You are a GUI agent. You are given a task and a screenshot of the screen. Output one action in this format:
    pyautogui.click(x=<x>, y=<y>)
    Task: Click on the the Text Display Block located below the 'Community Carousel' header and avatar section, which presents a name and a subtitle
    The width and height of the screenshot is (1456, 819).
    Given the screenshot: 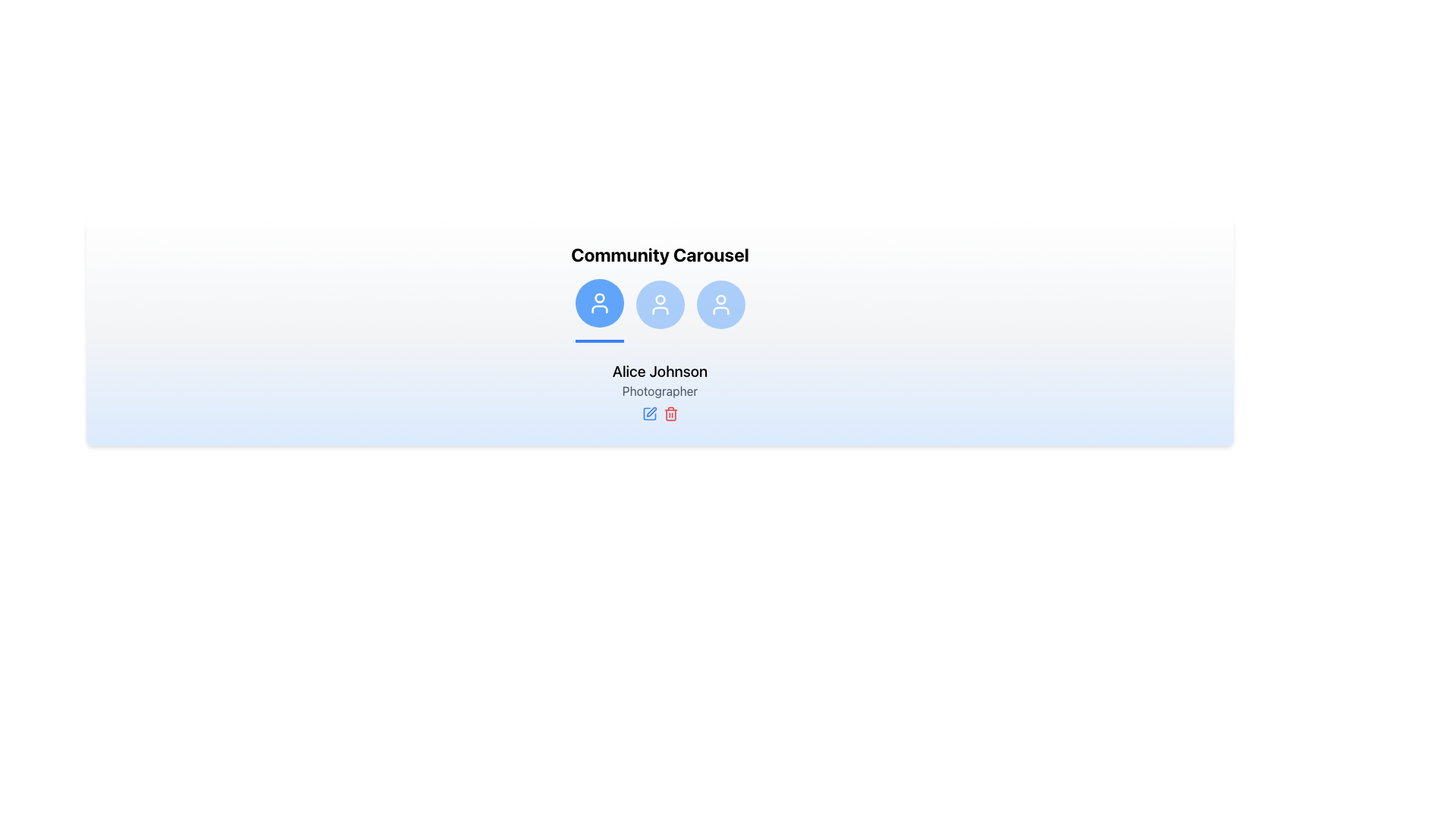 What is the action you would take?
    pyautogui.click(x=660, y=391)
    